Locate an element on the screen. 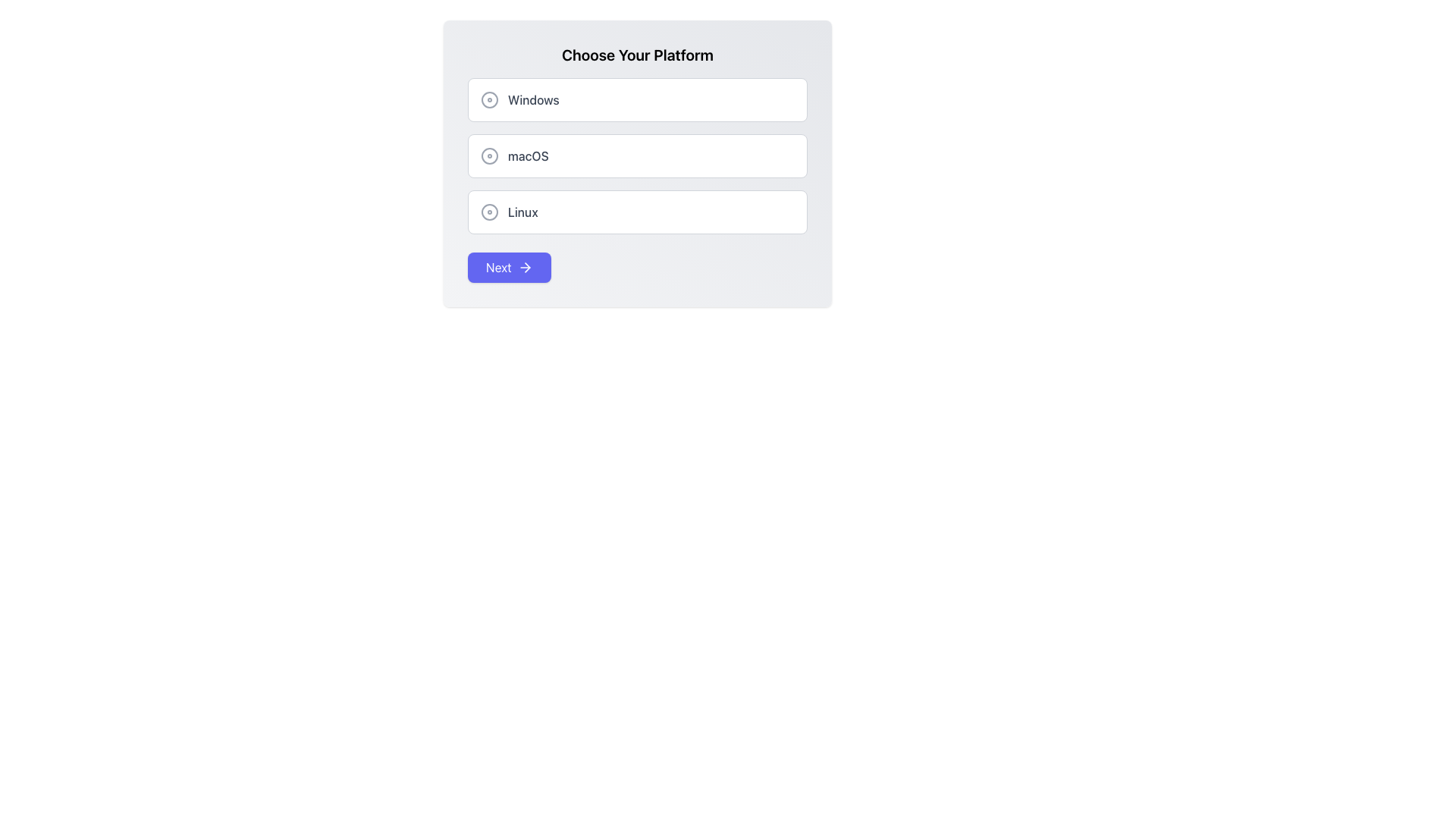  the SVG Circle representing the radio button for the 'Windows' option to indicate selection status is located at coordinates (490, 99).